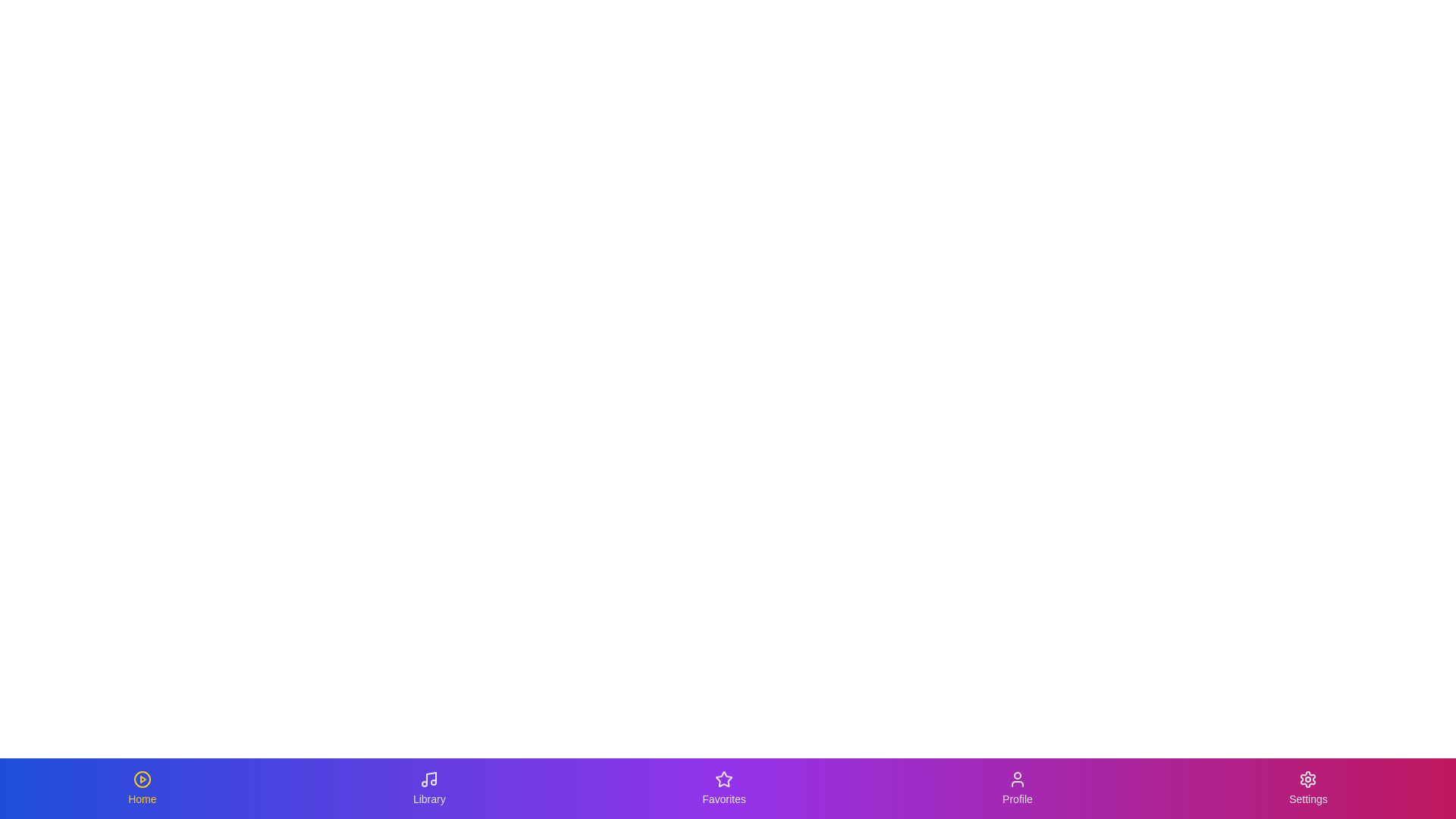 This screenshot has height=819, width=1456. Describe the element at coordinates (1307, 788) in the screenshot. I see `the Settings tab to switch to its view` at that location.